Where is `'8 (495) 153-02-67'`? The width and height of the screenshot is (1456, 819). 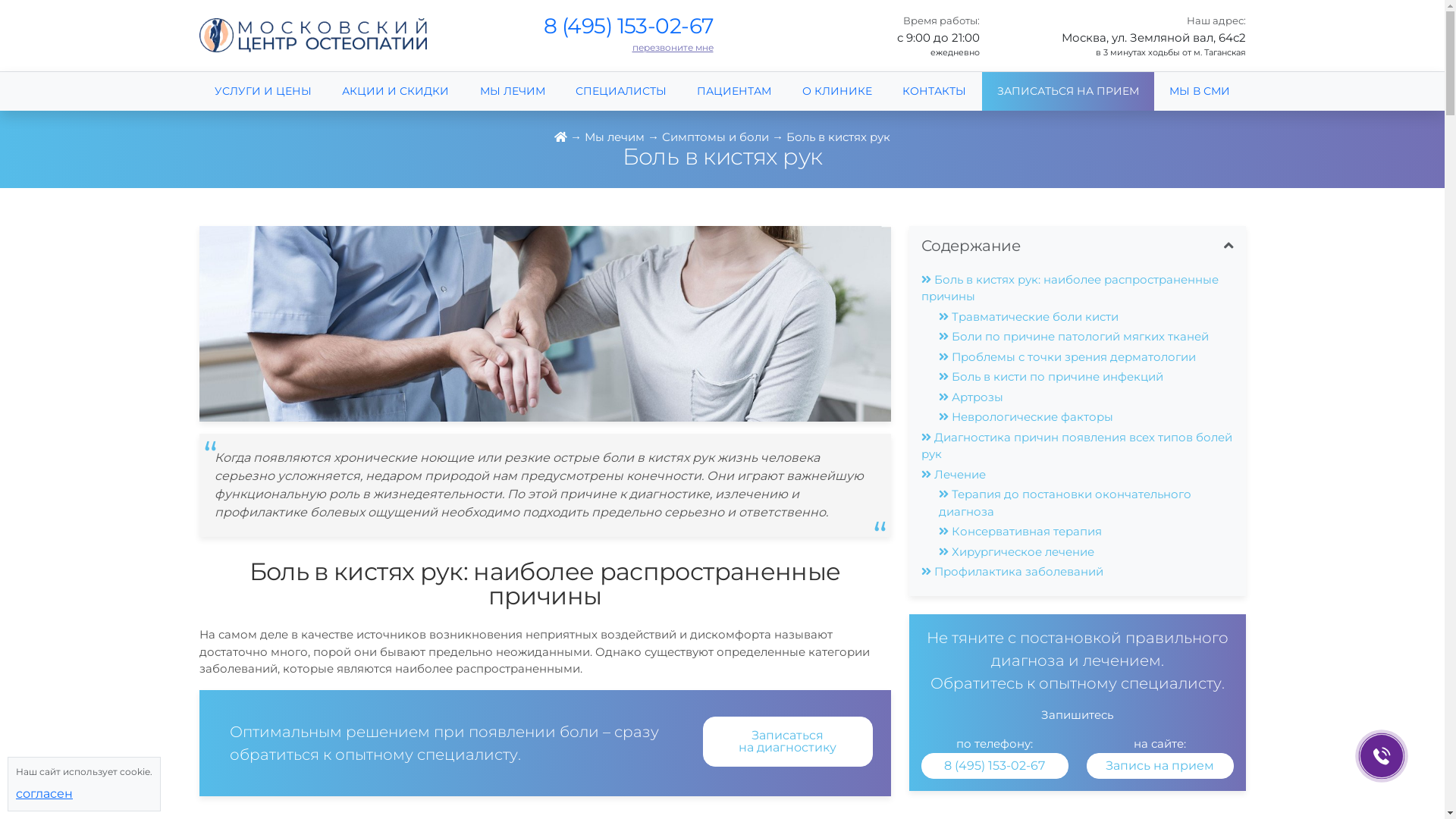 '8 (495) 153-02-67' is located at coordinates (993, 765).